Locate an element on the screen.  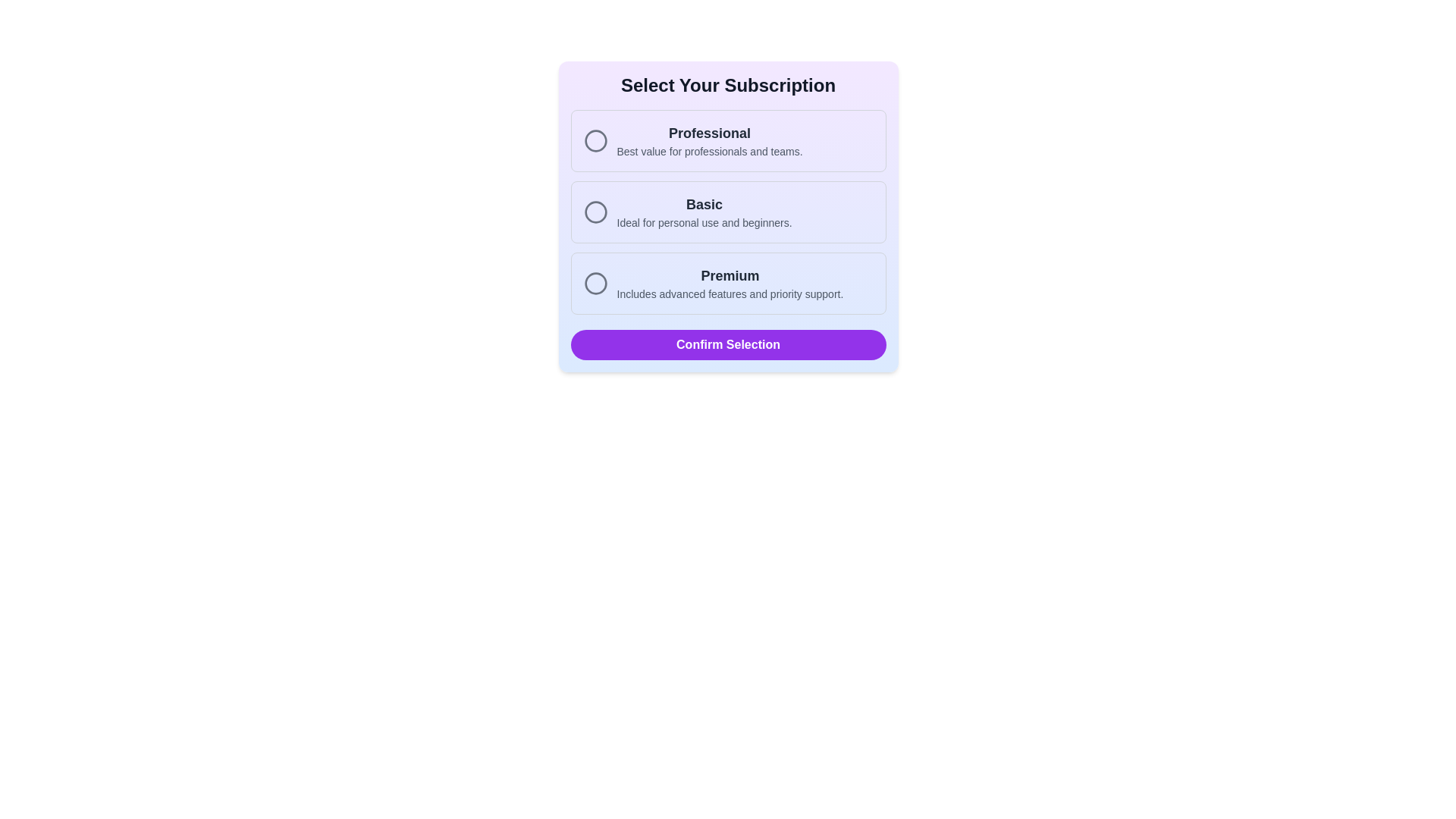
information from the 'Basic' subscription plan text block, which is the second option in the subscription plans list, located between 'Professional' and 'Premium' is located at coordinates (704, 212).